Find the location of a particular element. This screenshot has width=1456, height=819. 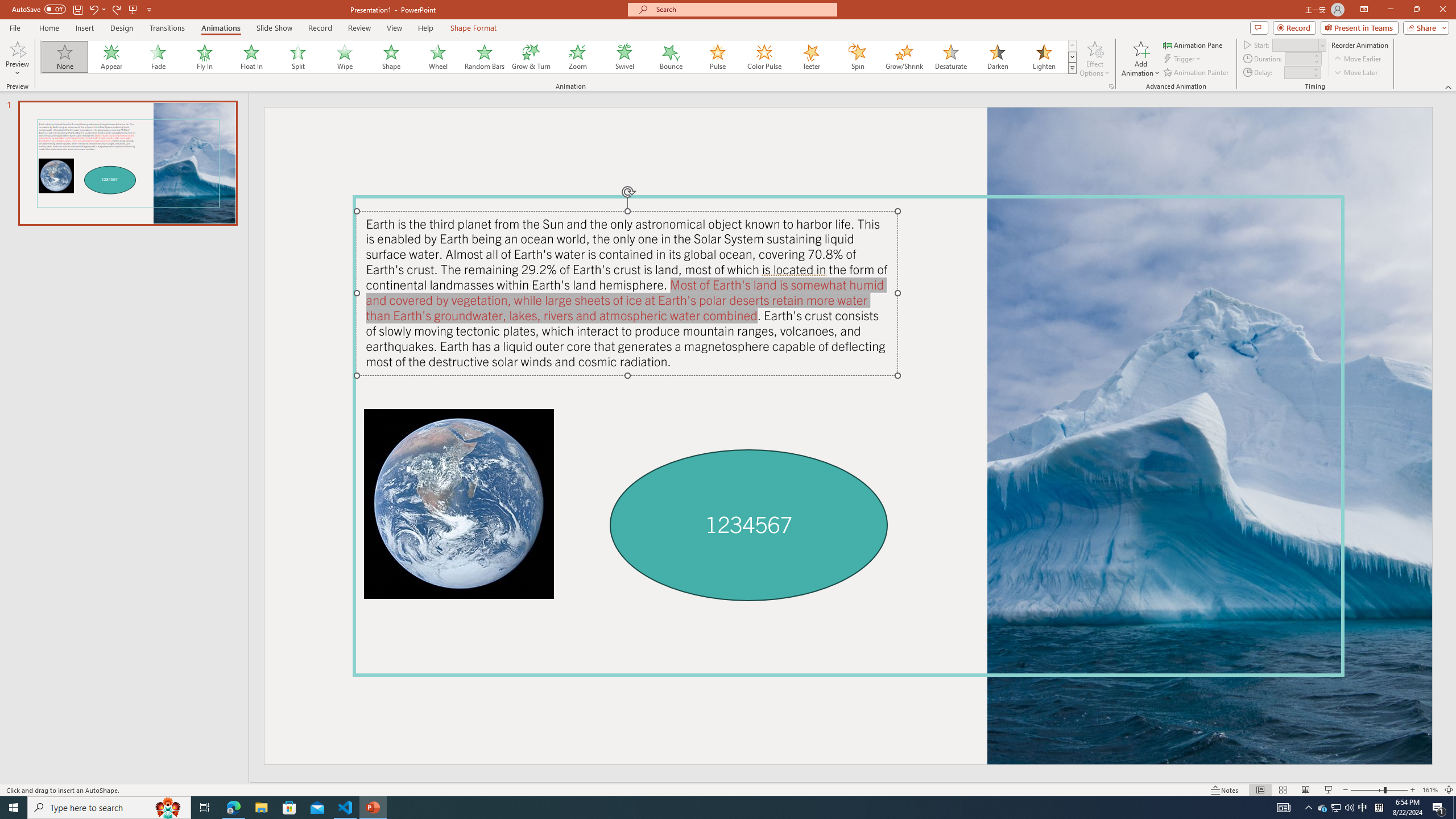

'Grow & Turn' is located at coordinates (531, 56).